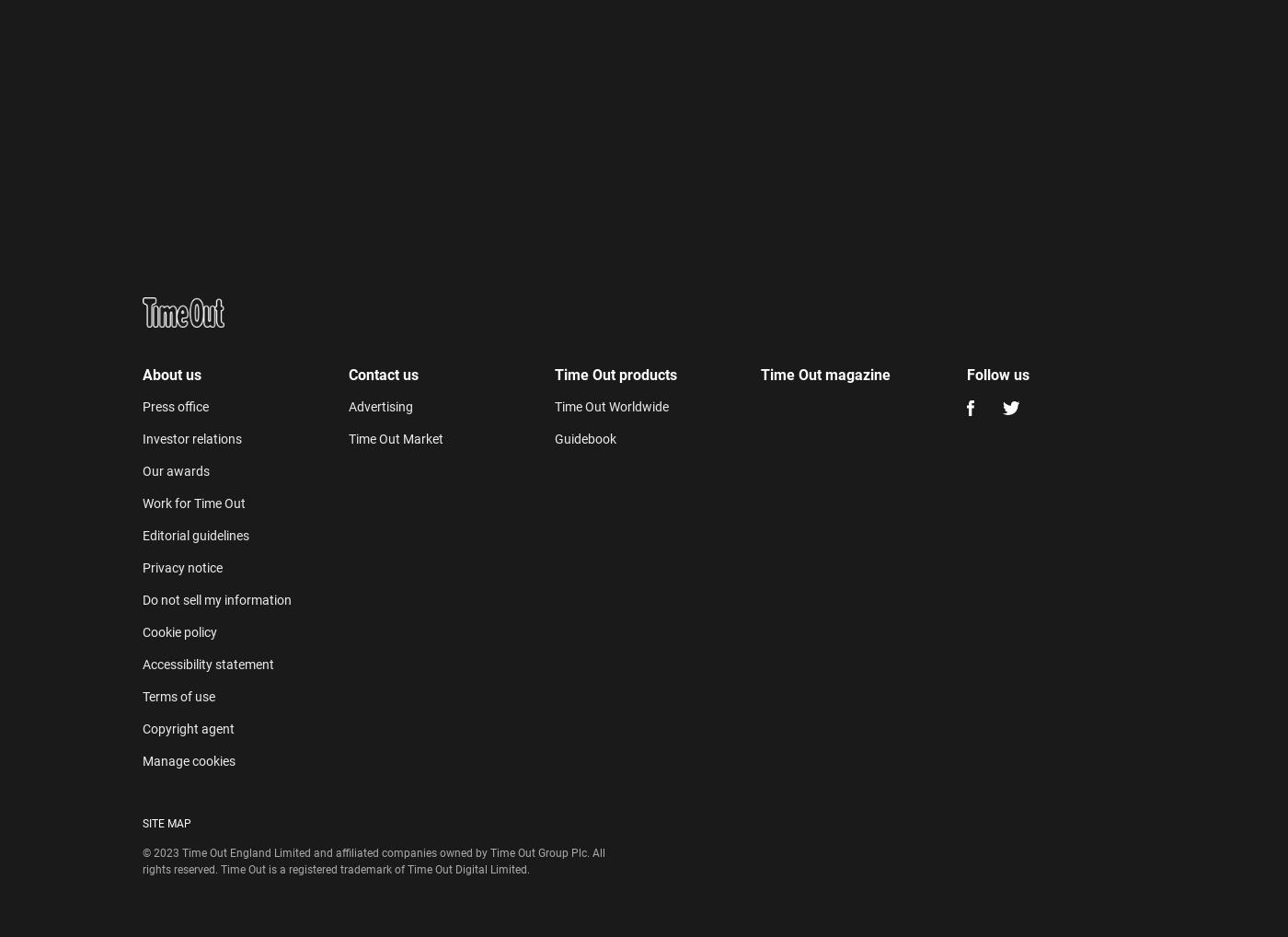 This screenshot has height=937, width=1288. What do you see at coordinates (182, 567) in the screenshot?
I see `'Privacy notice'` at bounding box center [182, 567].